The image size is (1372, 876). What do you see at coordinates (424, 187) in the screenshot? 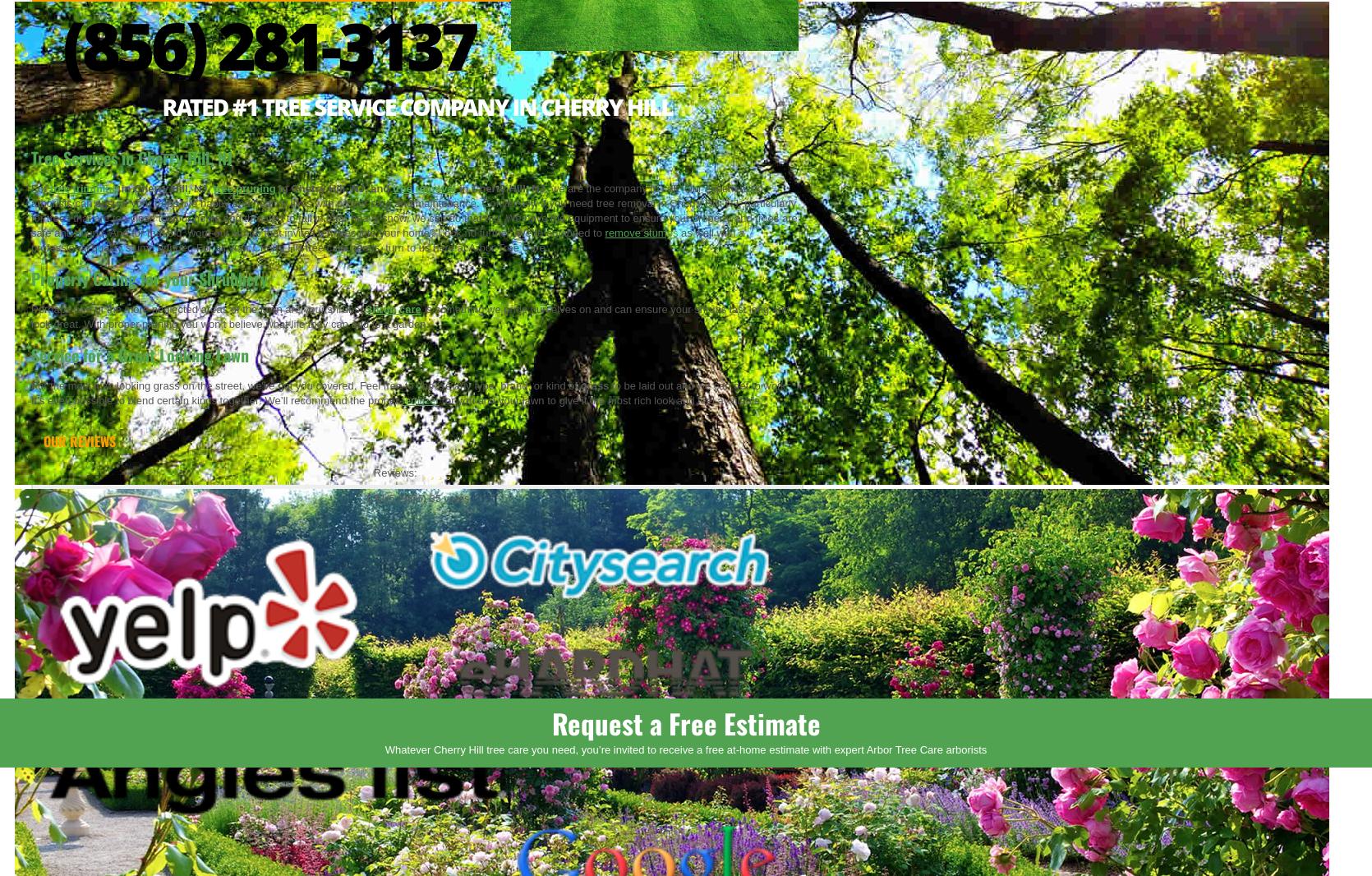
I see `'tree removal'` at bounding box center [424, 187].